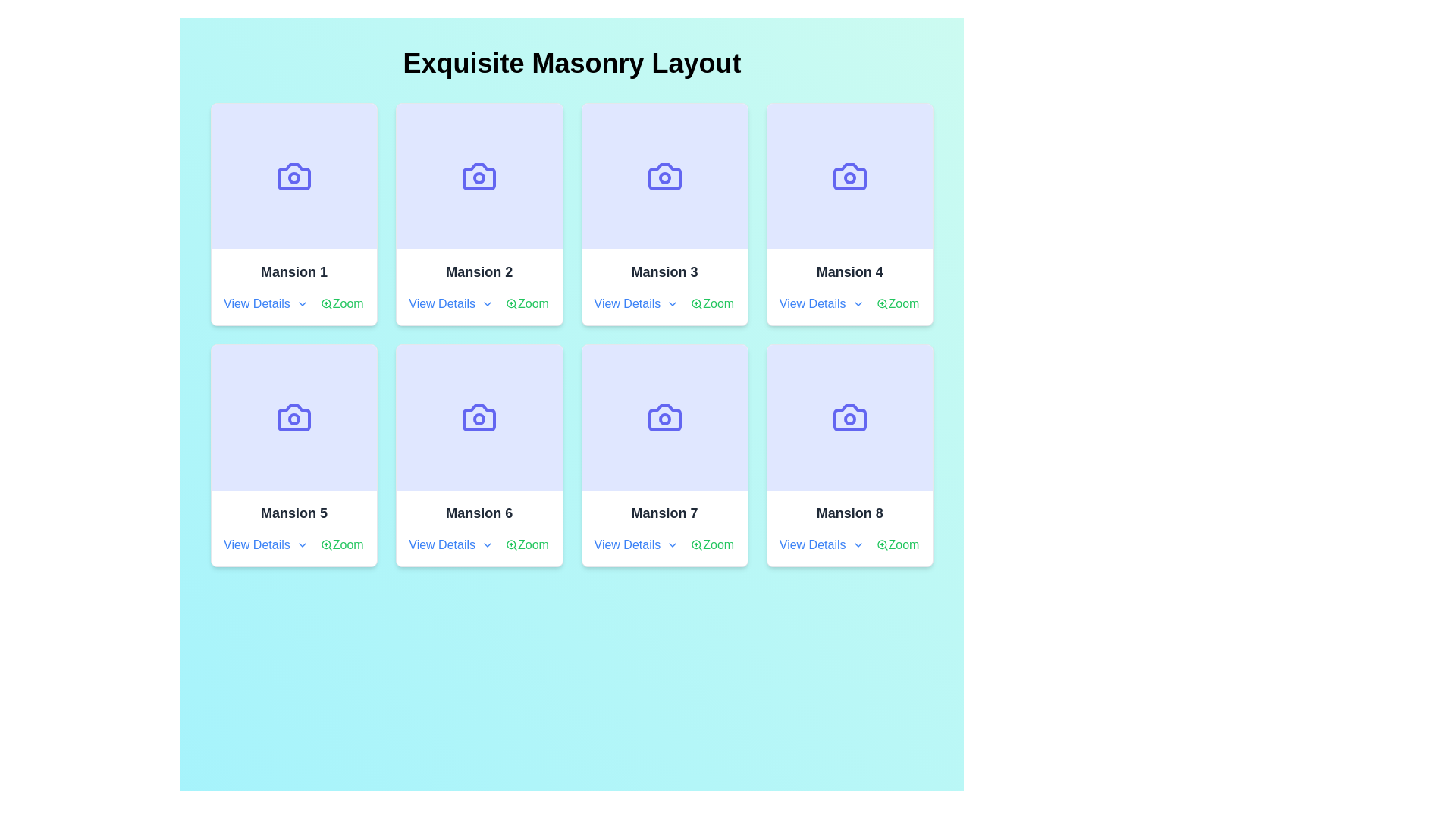 The height and width of the screenshot is (819, 1456). Describe the element at coordinates (849, 513) in the screenshot. I see `the title label for the 'Mansion 8' card, which is positioned at the bottom of the last card in the second row of an 8-card grid layout, directly above the 'View Details' and 'Zoom' links` at that location.